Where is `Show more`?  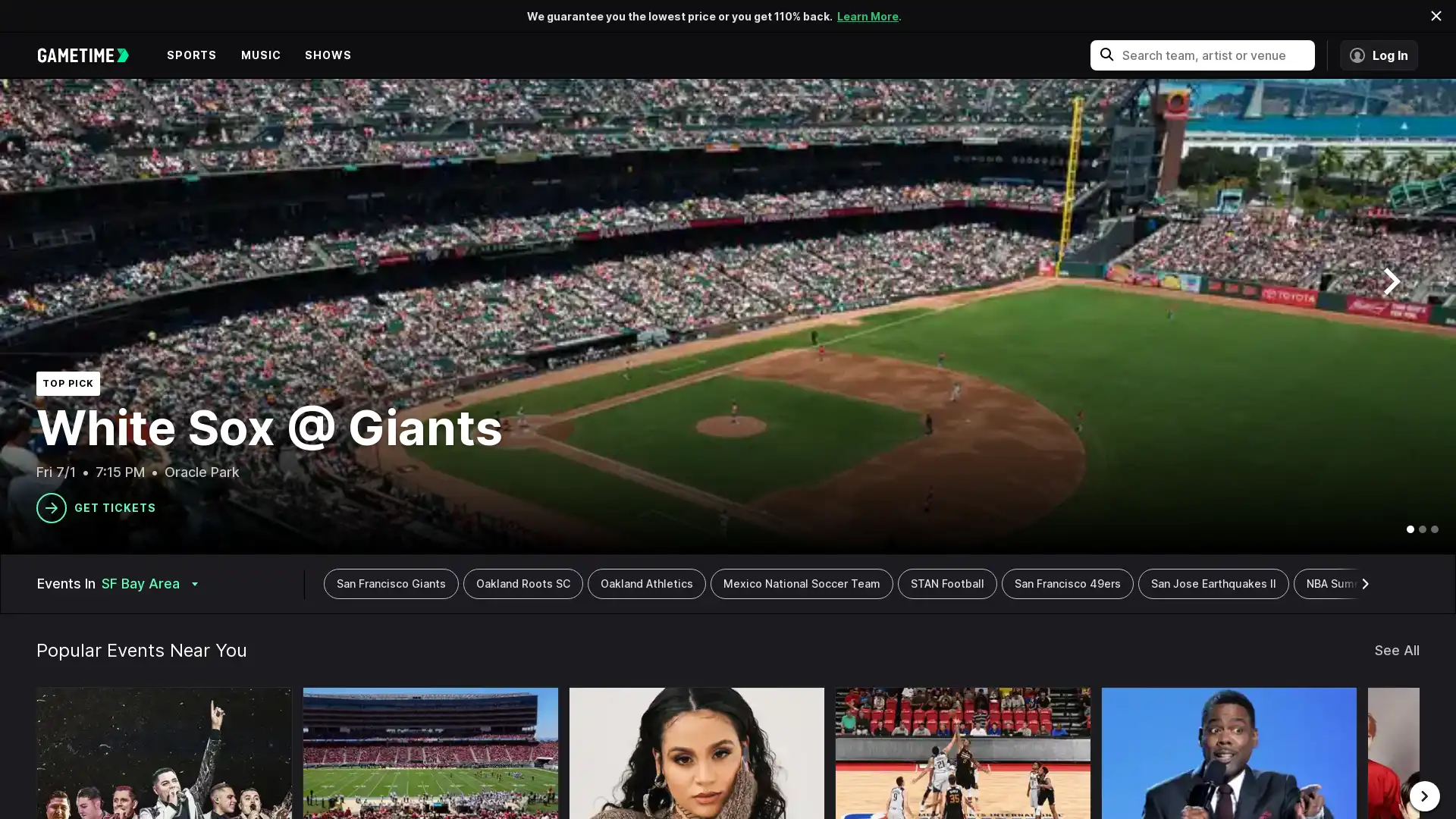 Show more is located at coordinates (1367, 583).